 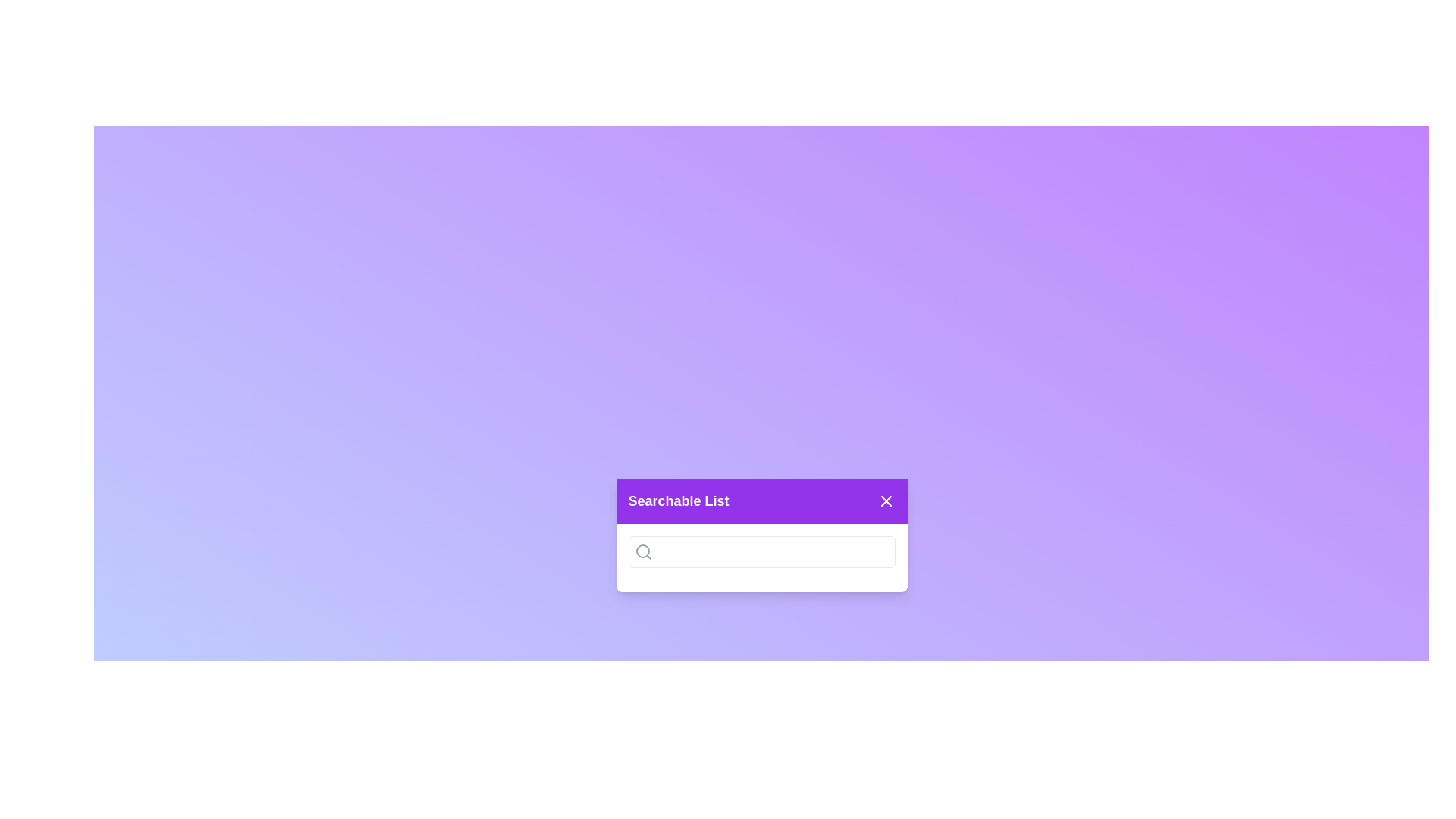 What do you see at coordinates (761, 552) in the screenshot?
I see `the input field and type the search query 'example query'` at bounding box center [761, 552].